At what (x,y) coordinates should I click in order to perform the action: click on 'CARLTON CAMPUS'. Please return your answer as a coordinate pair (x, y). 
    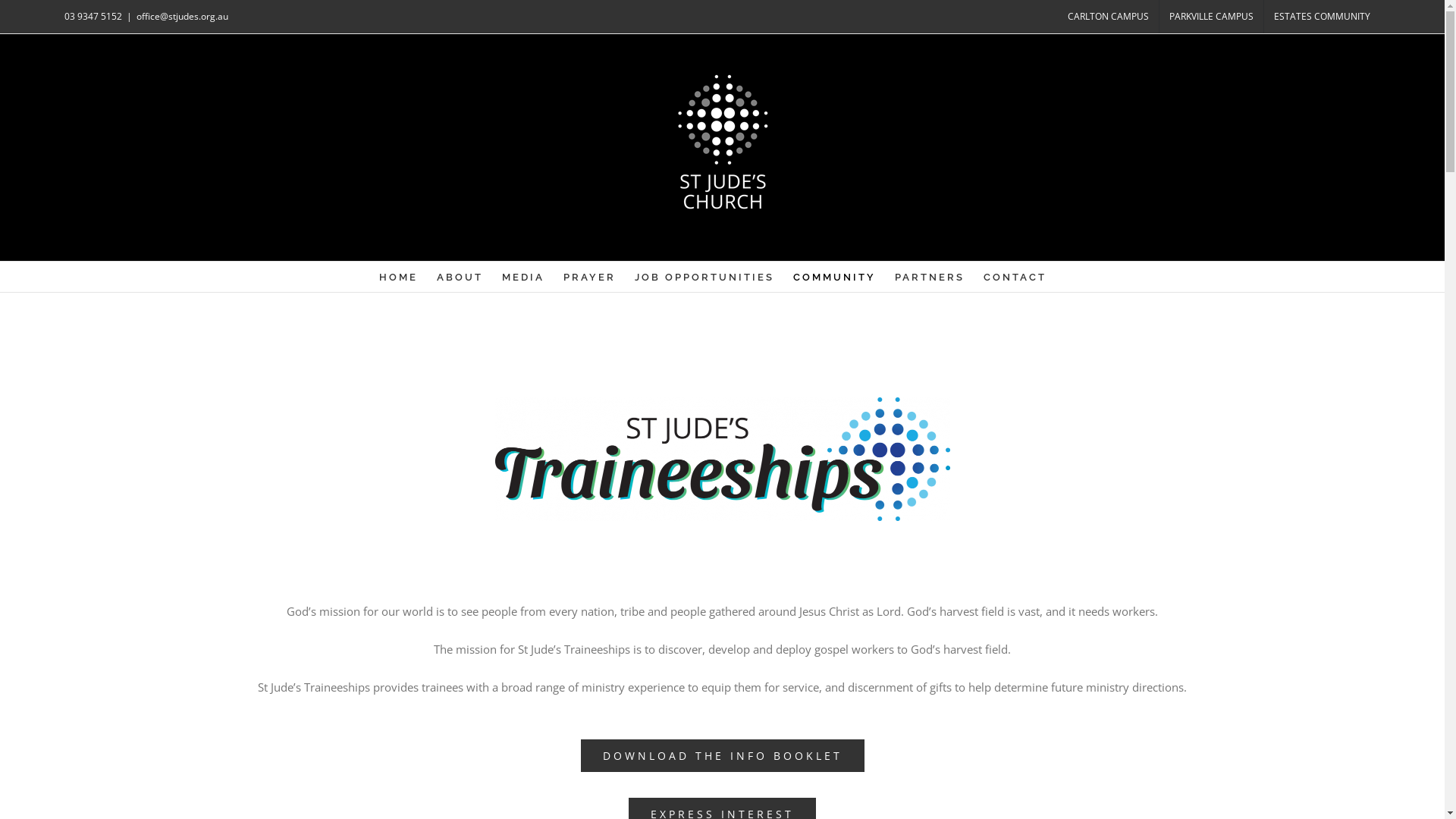
    Looking at the image, I should click on (1108, 17).